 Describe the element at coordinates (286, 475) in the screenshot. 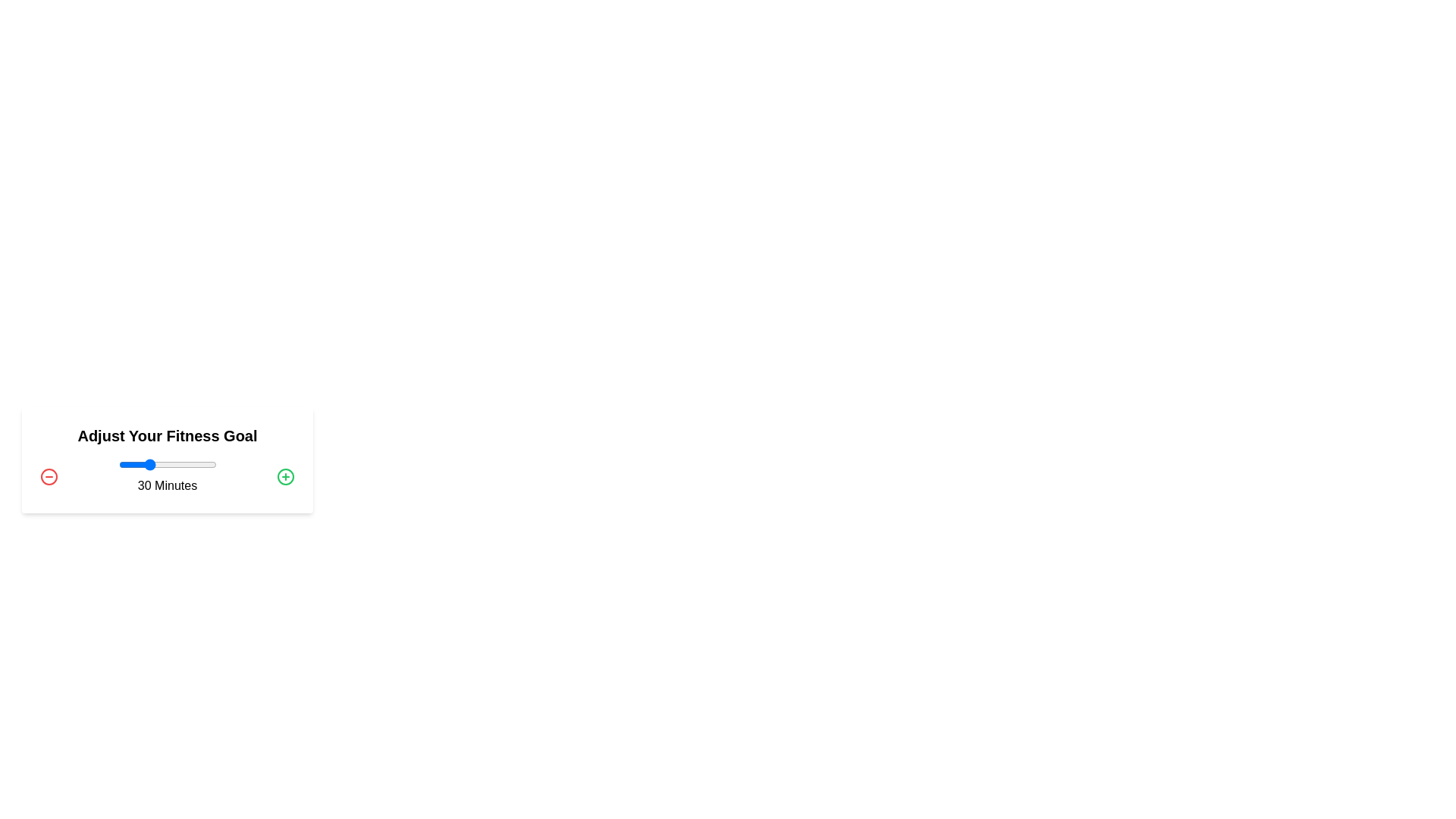

I see `the circular green outlined button with a plus sign at its center, located on the rightmost side of the control group, to provide feedback` at that location.